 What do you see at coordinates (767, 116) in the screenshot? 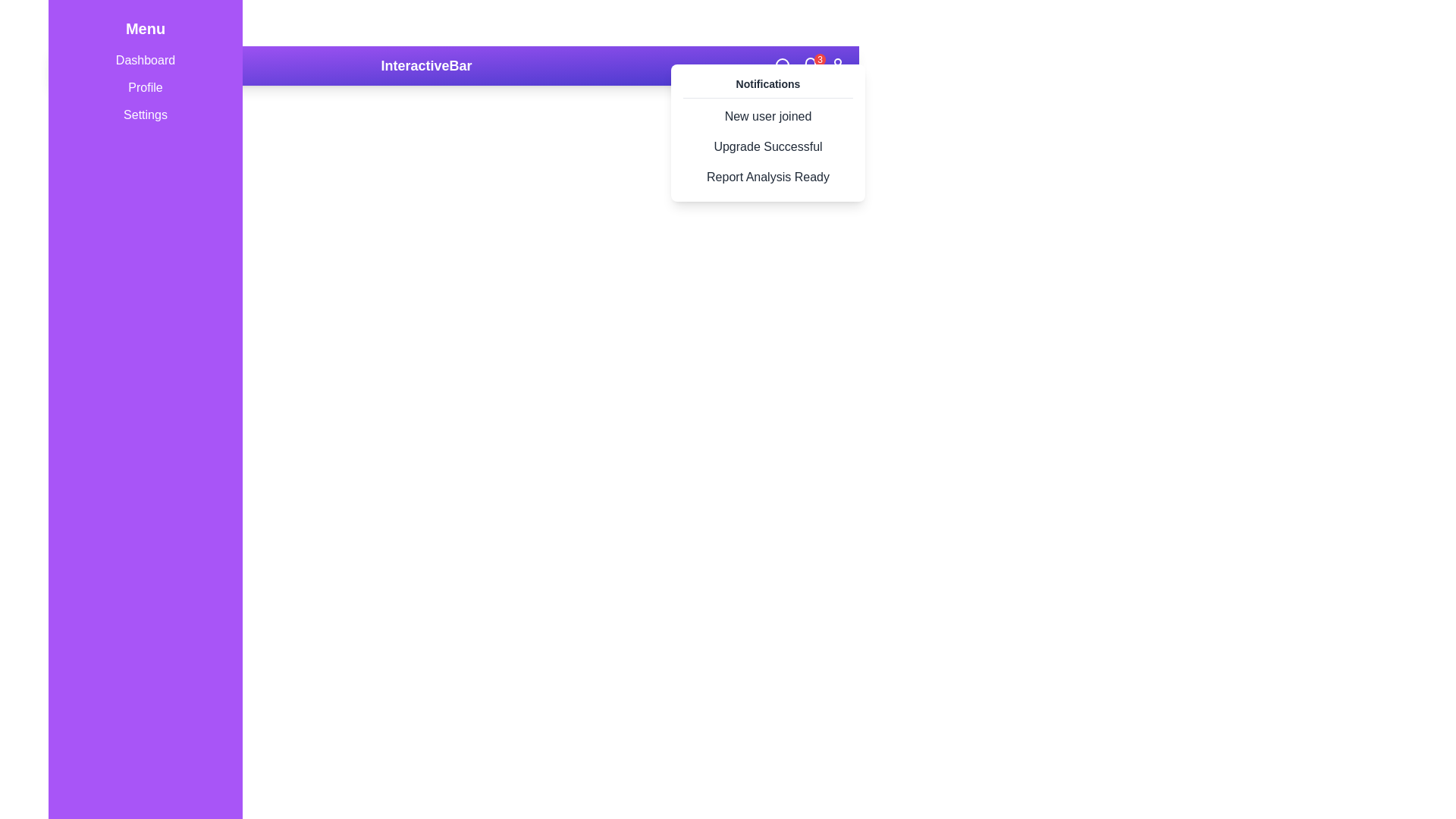
I see `the static text element that informs the user about a new user joining, located in the notification dropdown panel at the top-right corner of the interface` at bounding box center [767, 116].